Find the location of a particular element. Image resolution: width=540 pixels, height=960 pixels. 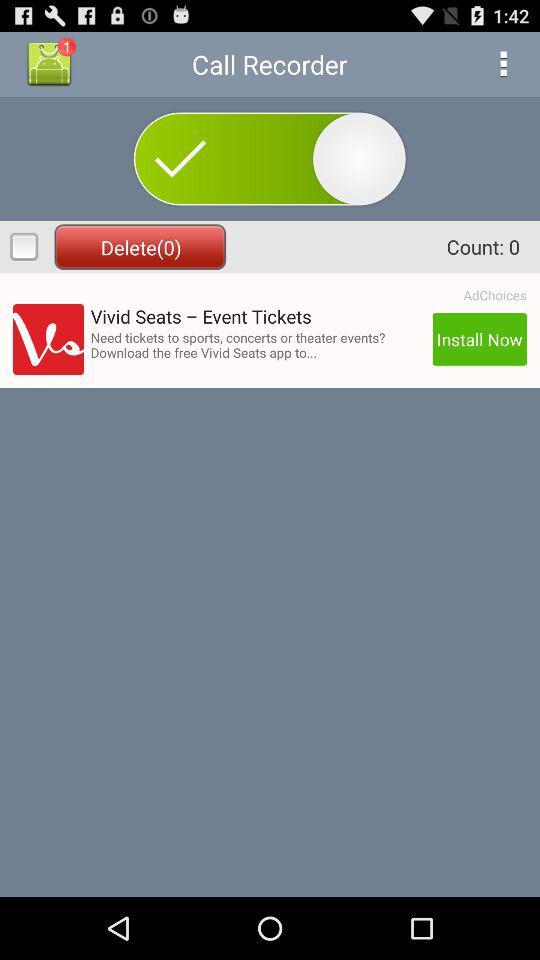

the item to the left of delete(0) icon is located at coordinates (23, 245).